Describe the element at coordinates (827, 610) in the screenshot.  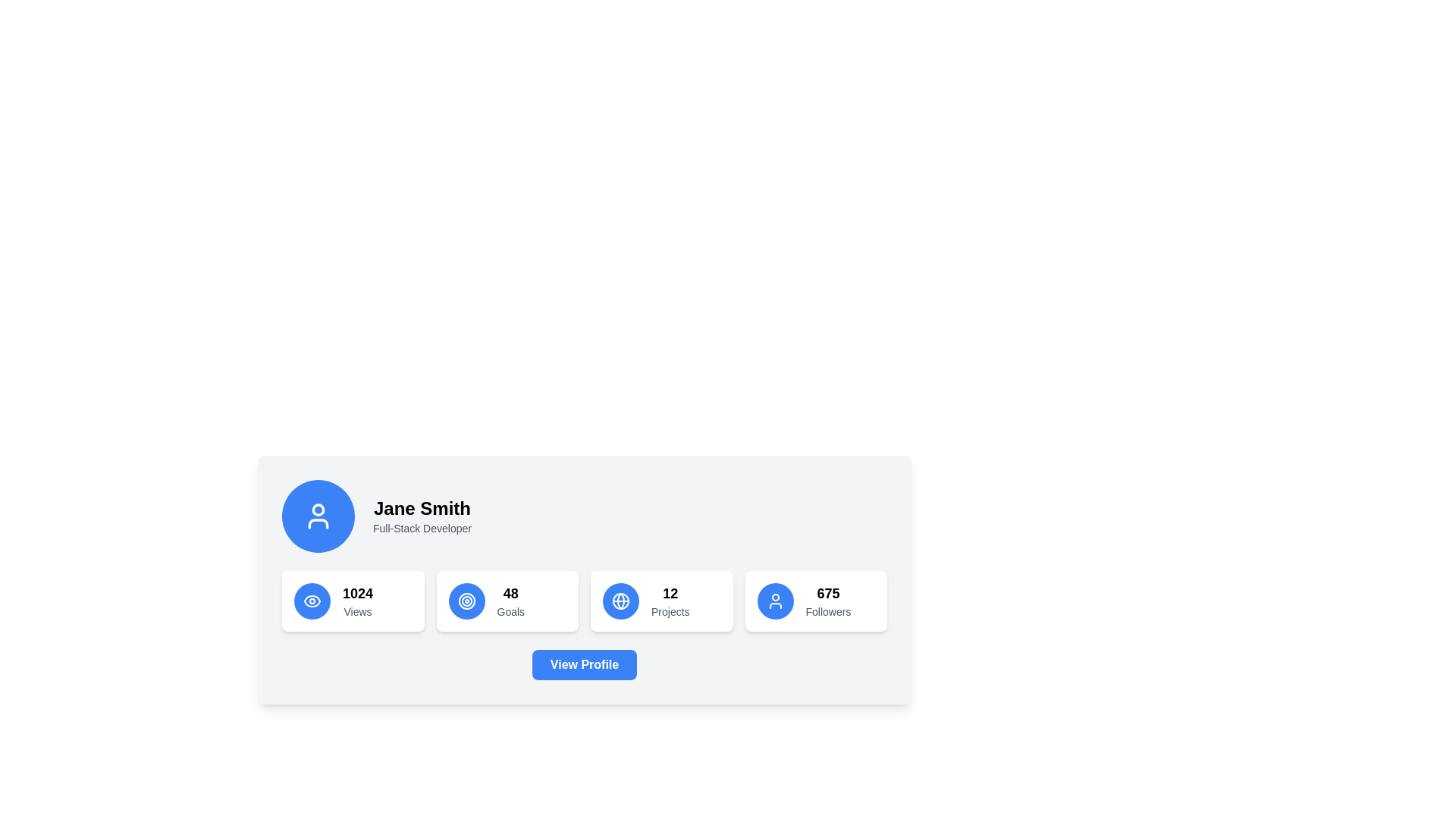
I see `text from the 'Followers' label, which is a grayish text label located below the numeric value '675' in the profile card` at that location.